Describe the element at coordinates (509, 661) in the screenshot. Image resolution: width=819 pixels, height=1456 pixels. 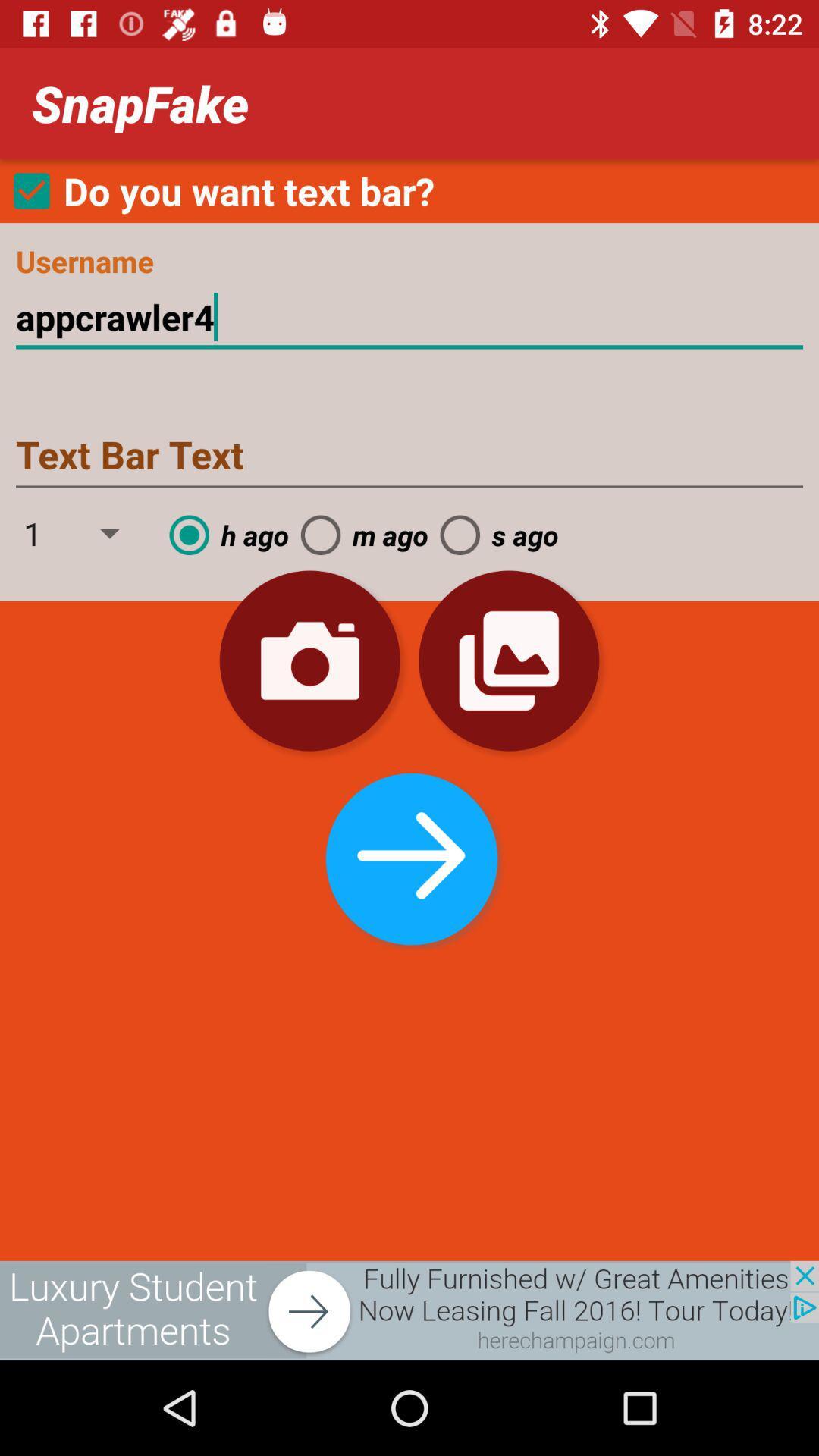
I see `choose from gallery` at that location.